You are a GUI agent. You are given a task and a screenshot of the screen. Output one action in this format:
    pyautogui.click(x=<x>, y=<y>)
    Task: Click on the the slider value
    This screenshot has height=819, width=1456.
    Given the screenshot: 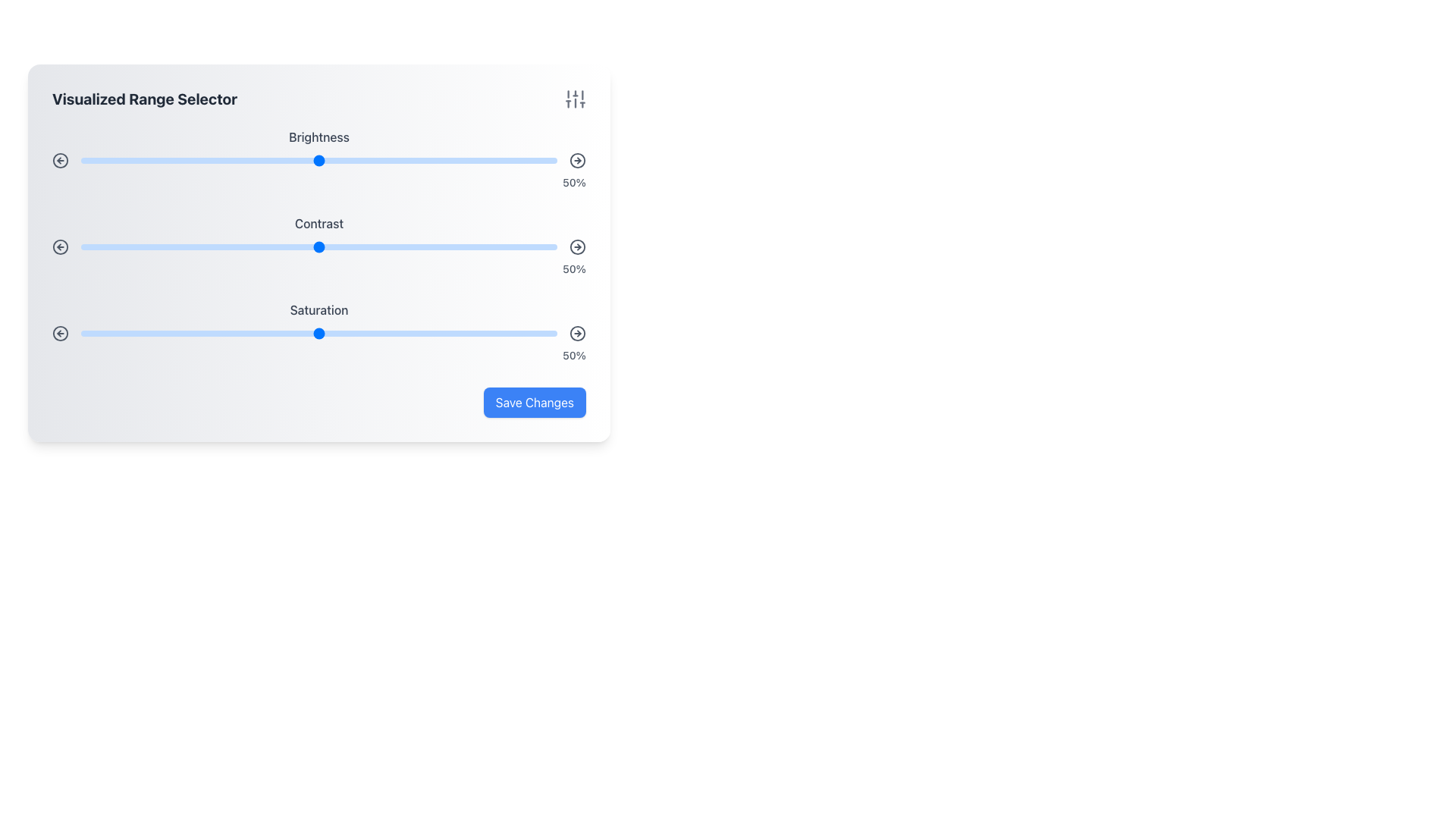 What is the action you would take?
    pyautogui.click(x=323, y=246)
    